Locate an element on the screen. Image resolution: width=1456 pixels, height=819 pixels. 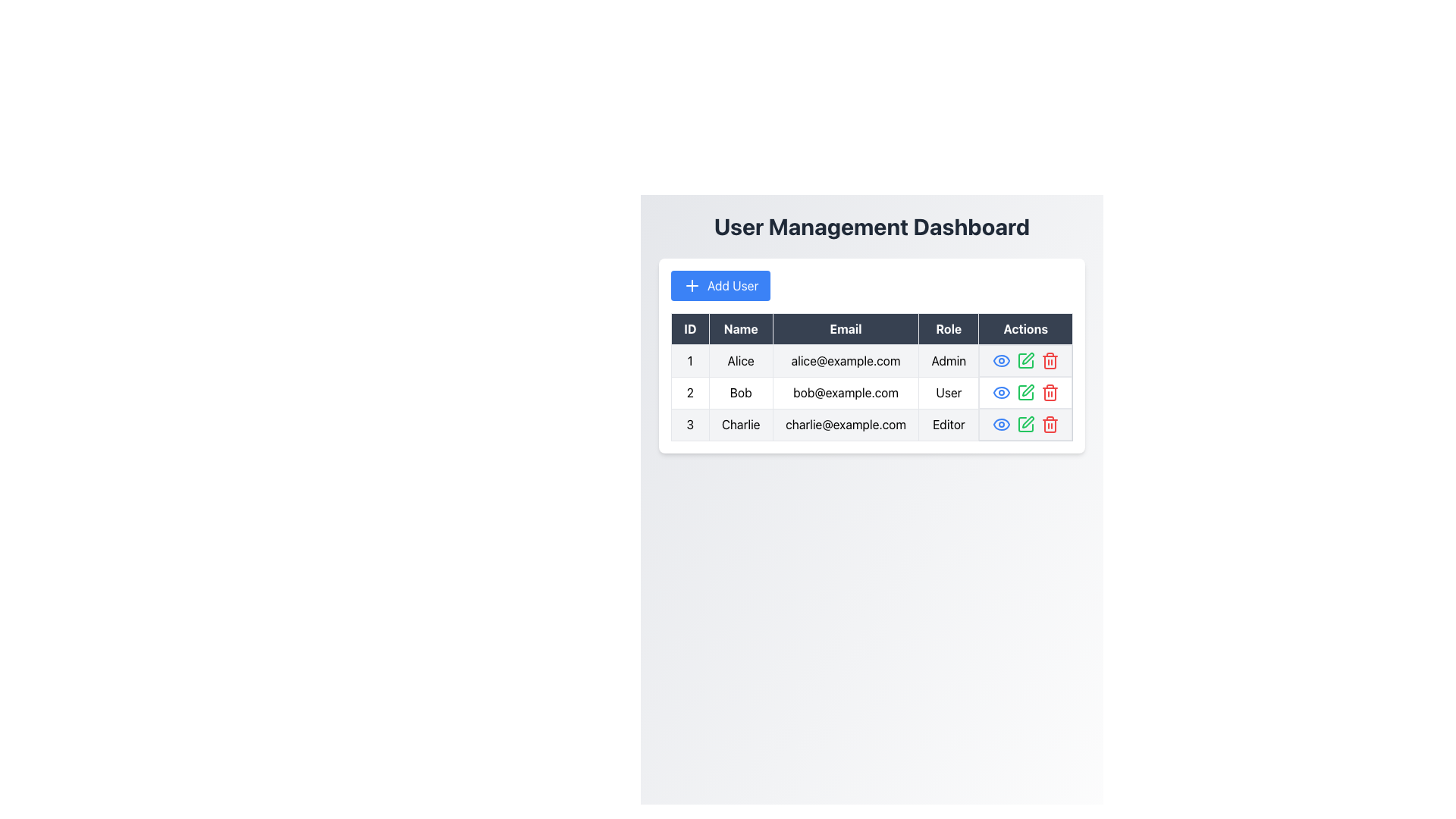
numeric identifier displayed in the text element showing the number '3', which is located in the first column of the third row of the table is located at coordinates (689, 425).